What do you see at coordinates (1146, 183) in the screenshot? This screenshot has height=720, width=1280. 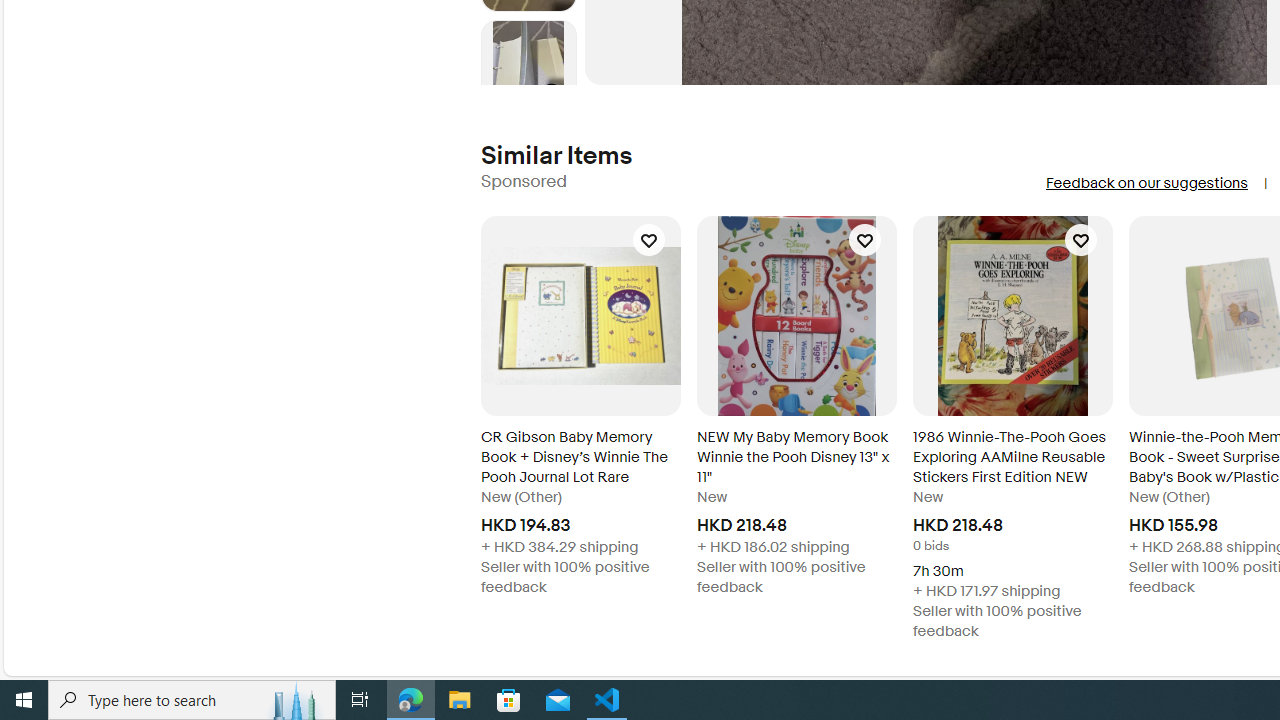 I see `'Feedback on our suggestions'` at bounding box center [1146, 183].